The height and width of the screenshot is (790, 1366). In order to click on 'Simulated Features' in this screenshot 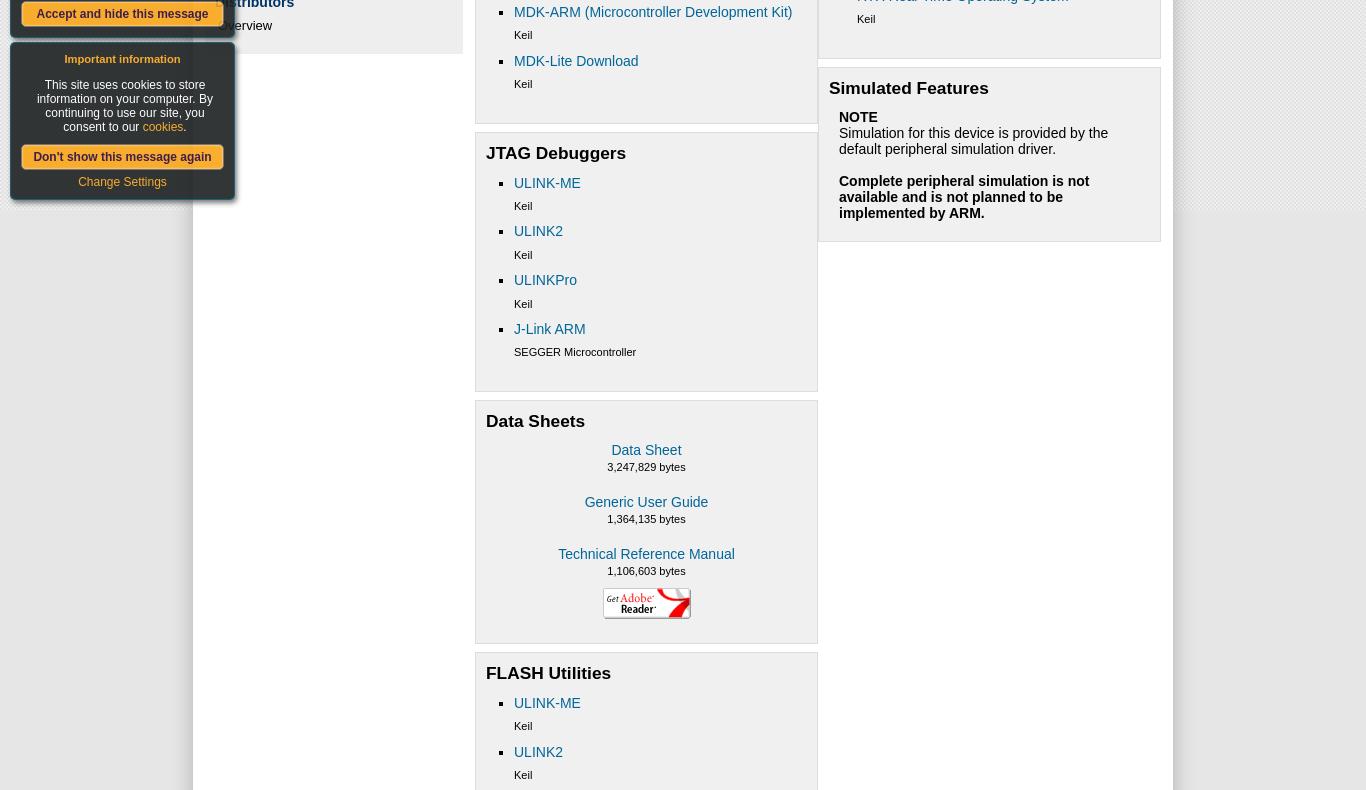, I will do `click(907, 86)`.